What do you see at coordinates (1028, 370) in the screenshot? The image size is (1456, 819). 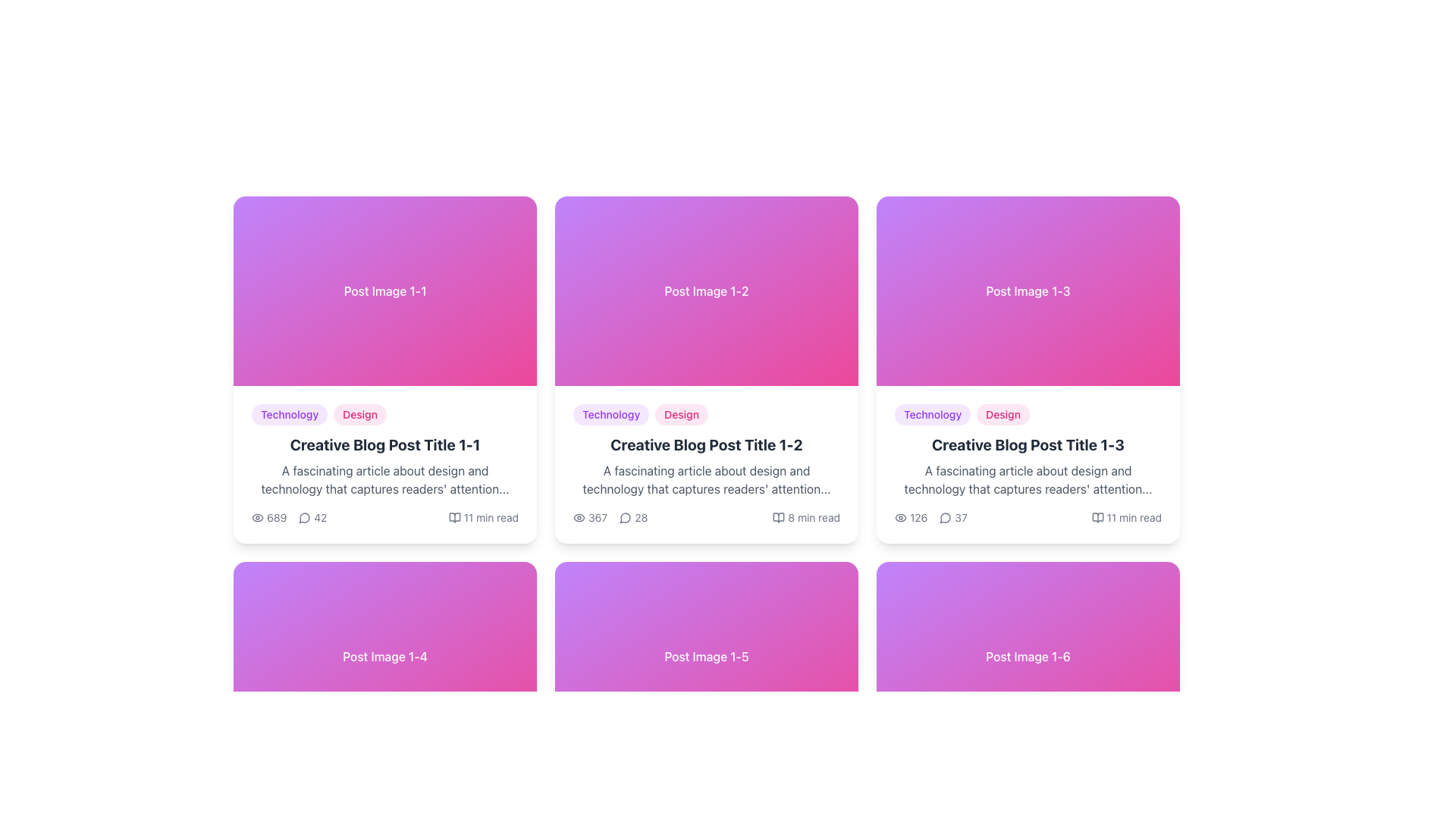 I see `the third blog post card in the grid layout featuring the title 'Creative Blog Post Title 1-3'` at bounding box center [1028, 370].